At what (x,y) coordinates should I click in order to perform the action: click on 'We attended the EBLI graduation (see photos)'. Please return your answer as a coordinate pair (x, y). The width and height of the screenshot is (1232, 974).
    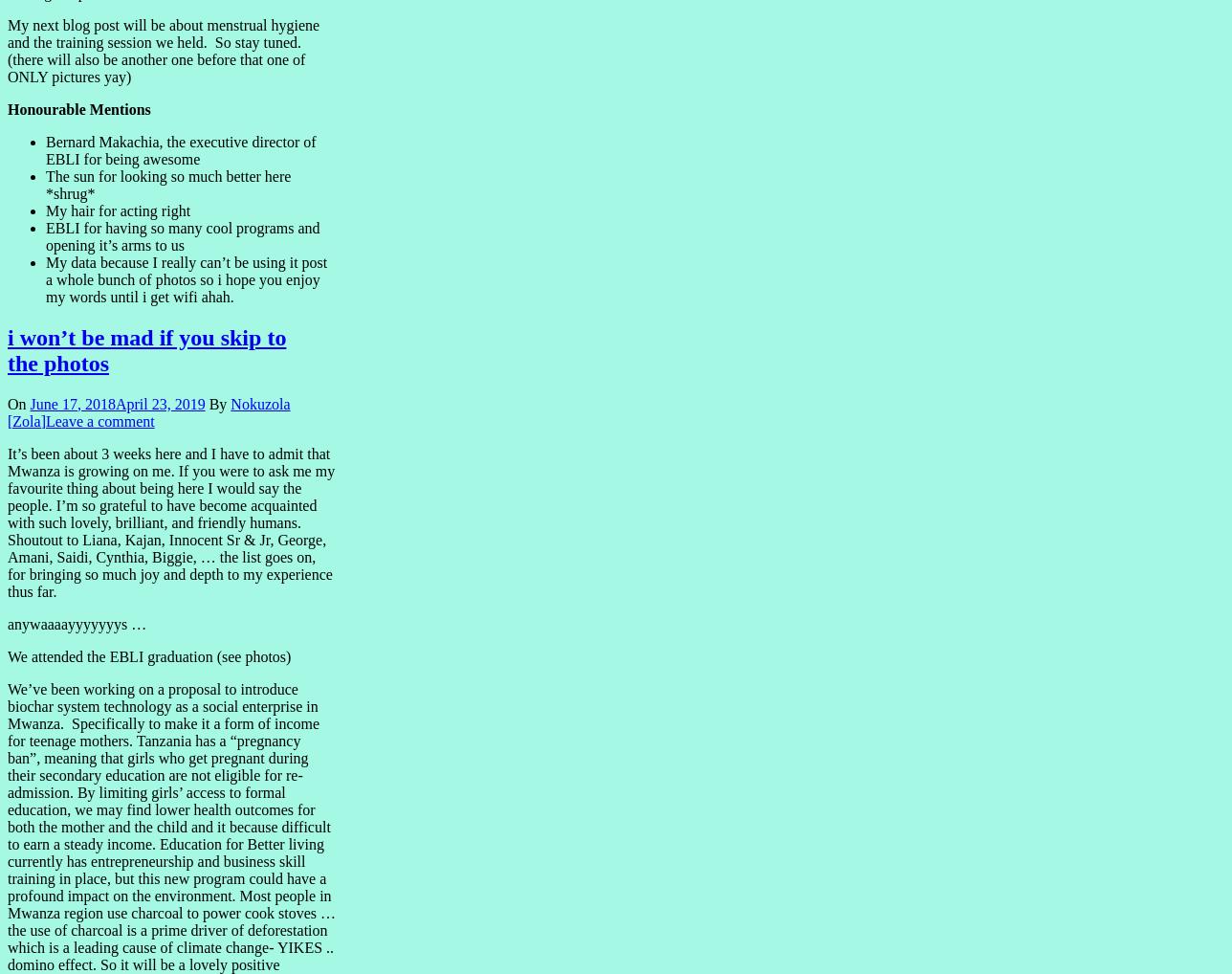
    Looking at the image, I should click on (148, 655).